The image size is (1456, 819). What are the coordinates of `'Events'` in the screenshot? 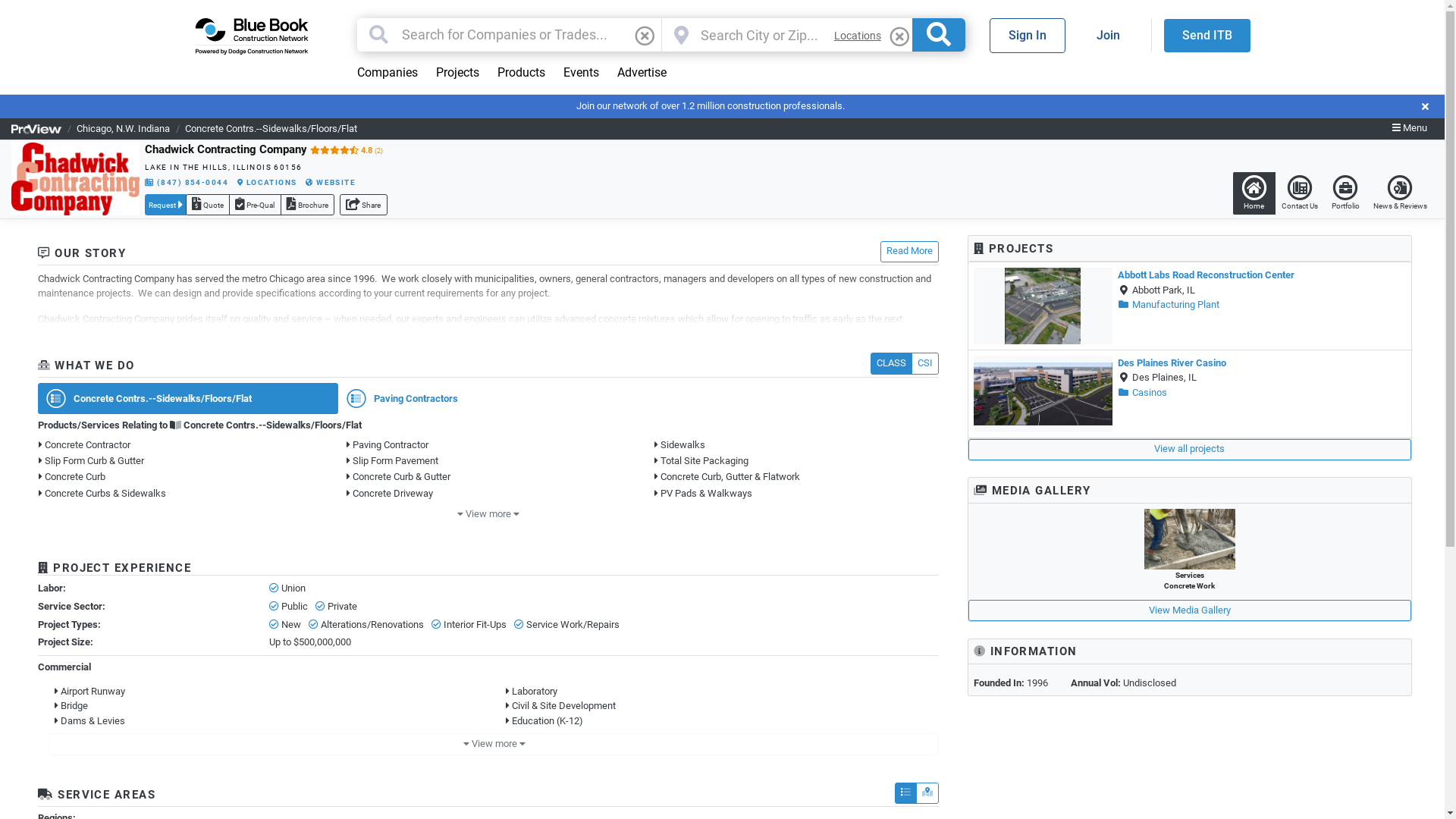 It's located at (579, 73).